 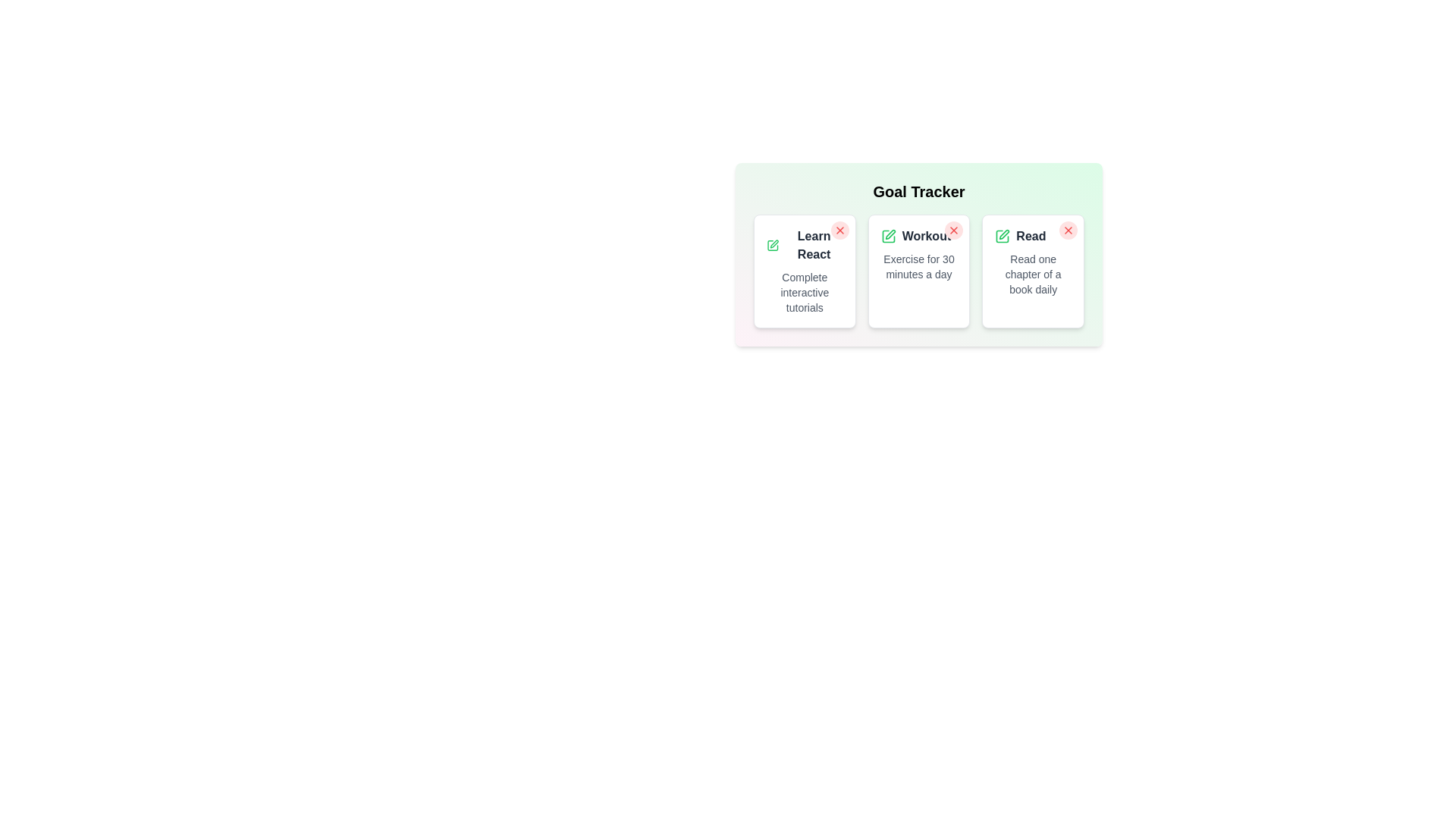 I want to click on the goal card titled 'Workout' to view its details, so click(x=918, y=271).